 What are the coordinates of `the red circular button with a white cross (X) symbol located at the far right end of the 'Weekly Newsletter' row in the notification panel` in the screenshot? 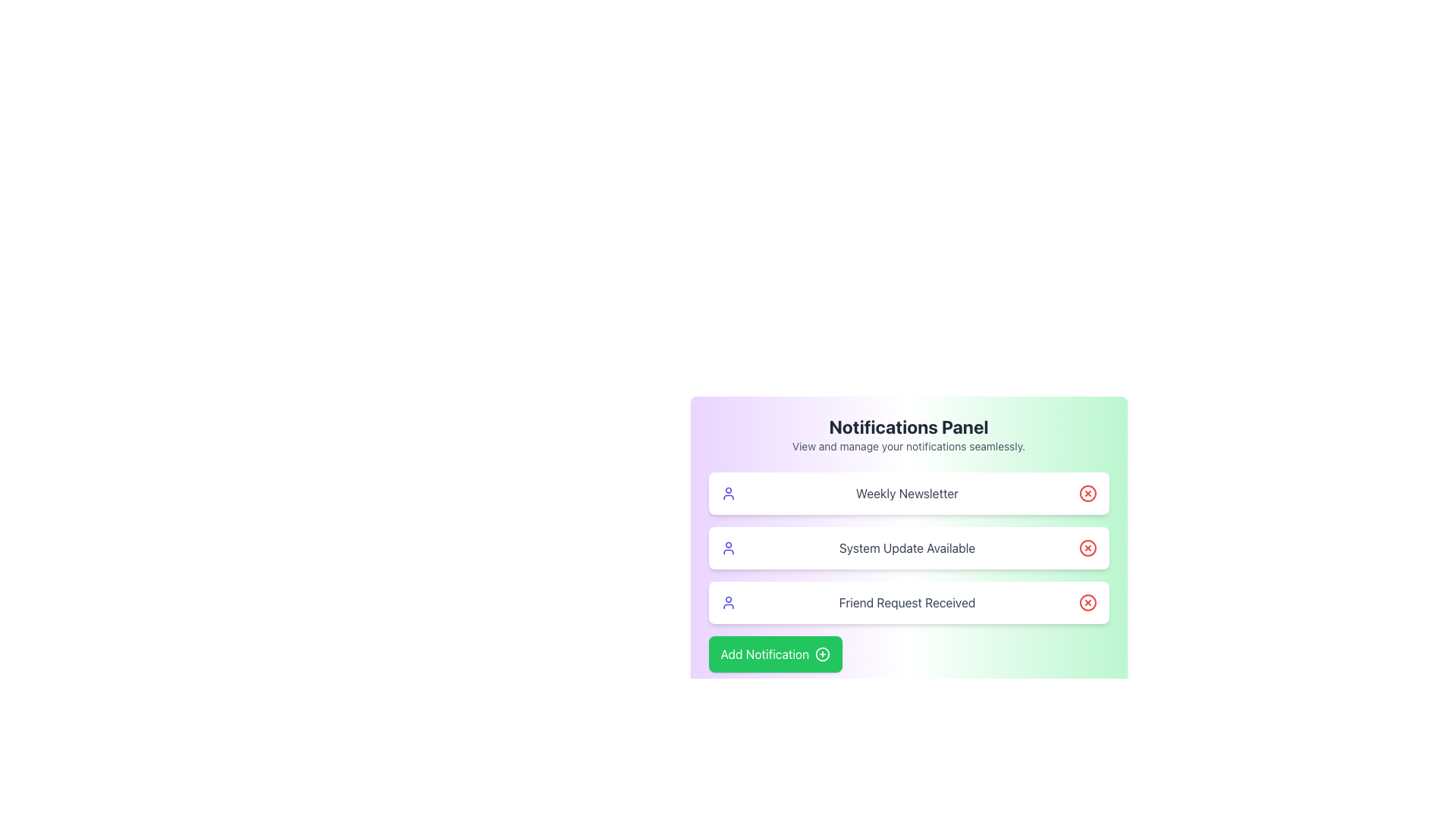 It's located at (1087, 494).